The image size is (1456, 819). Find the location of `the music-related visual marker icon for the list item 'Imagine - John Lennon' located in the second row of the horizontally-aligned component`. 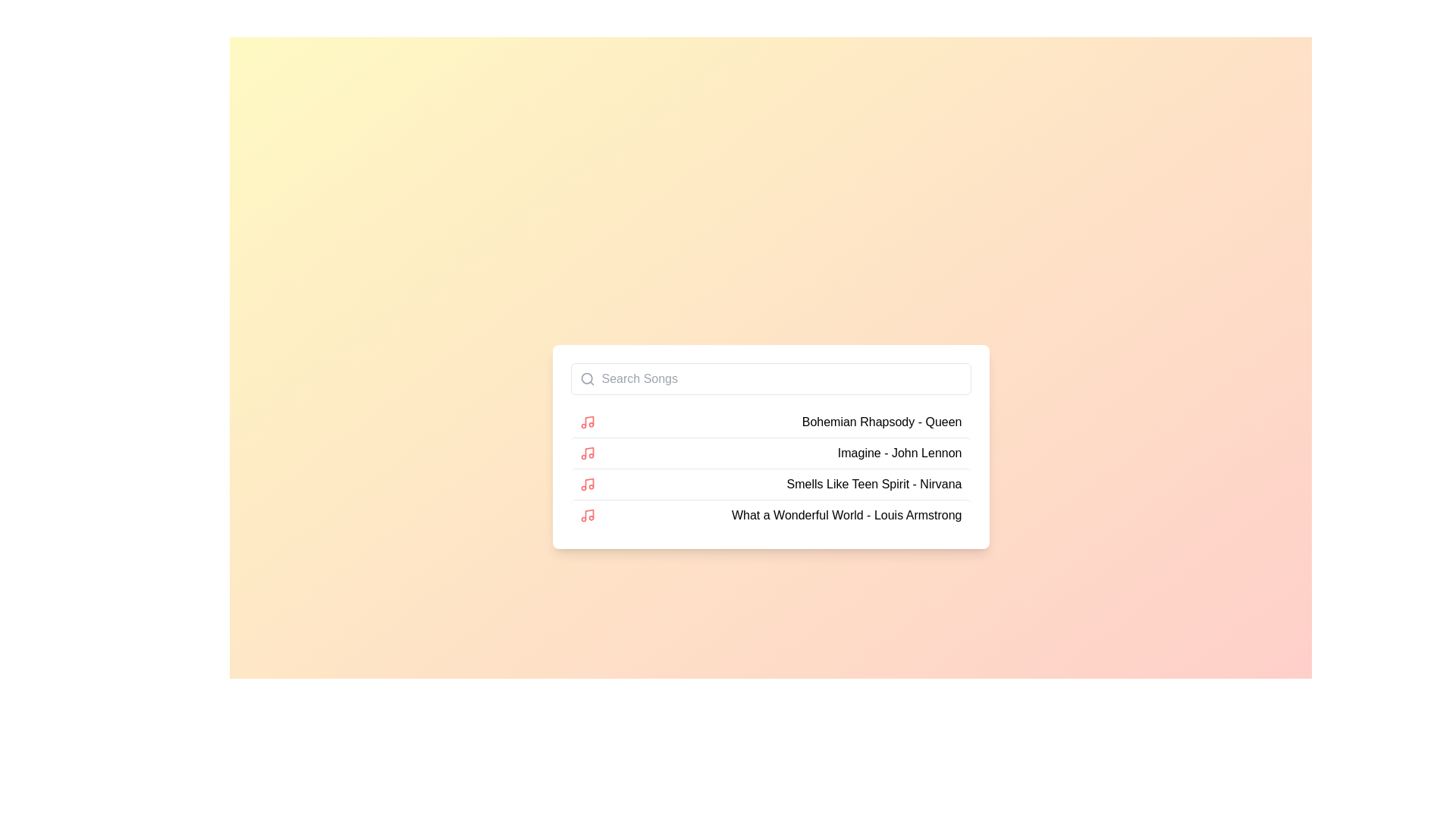

the music-related visual marker icon for the list item 'Imagine - John Lennon' located in the second row of the horizontally-aligned component is located at coordinates (586, 452).